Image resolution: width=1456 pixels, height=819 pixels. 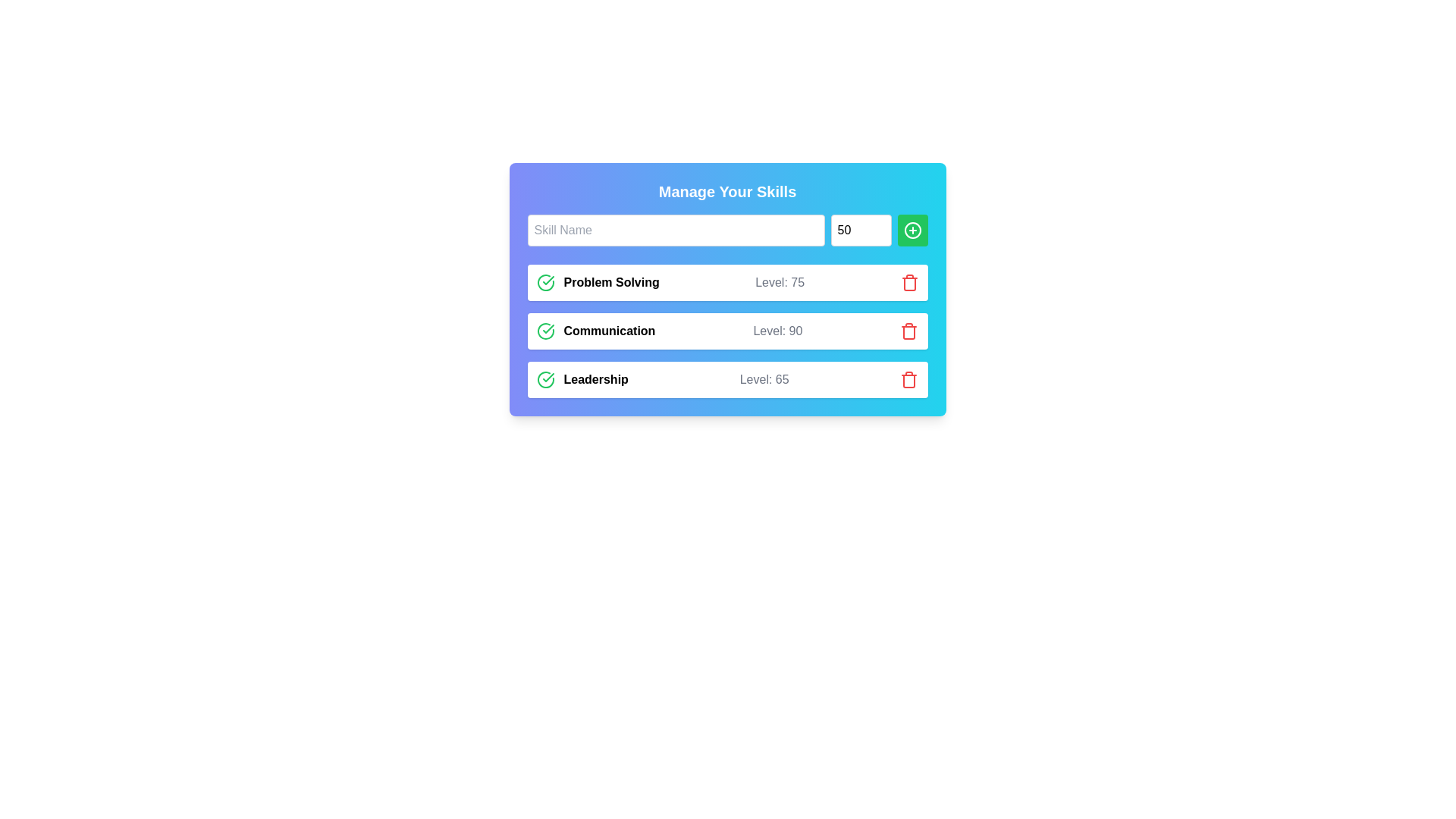 I want to click on the 'Communication' text label, which is styled in bold and positioned below 'Problem Solving' and above 'Leadership' in the 'Manage Your Skills' section, so click(x=595, y=330).